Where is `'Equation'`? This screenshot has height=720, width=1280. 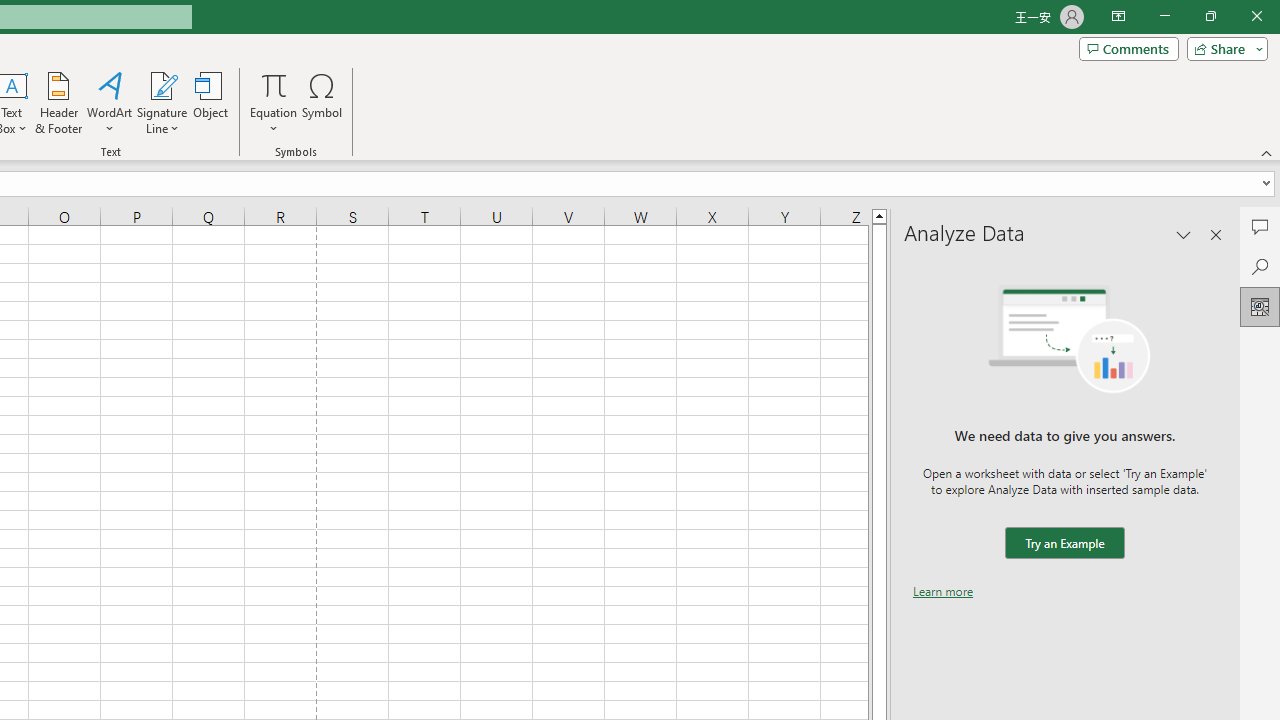
'Equation' is located at coordinates (272, 103).